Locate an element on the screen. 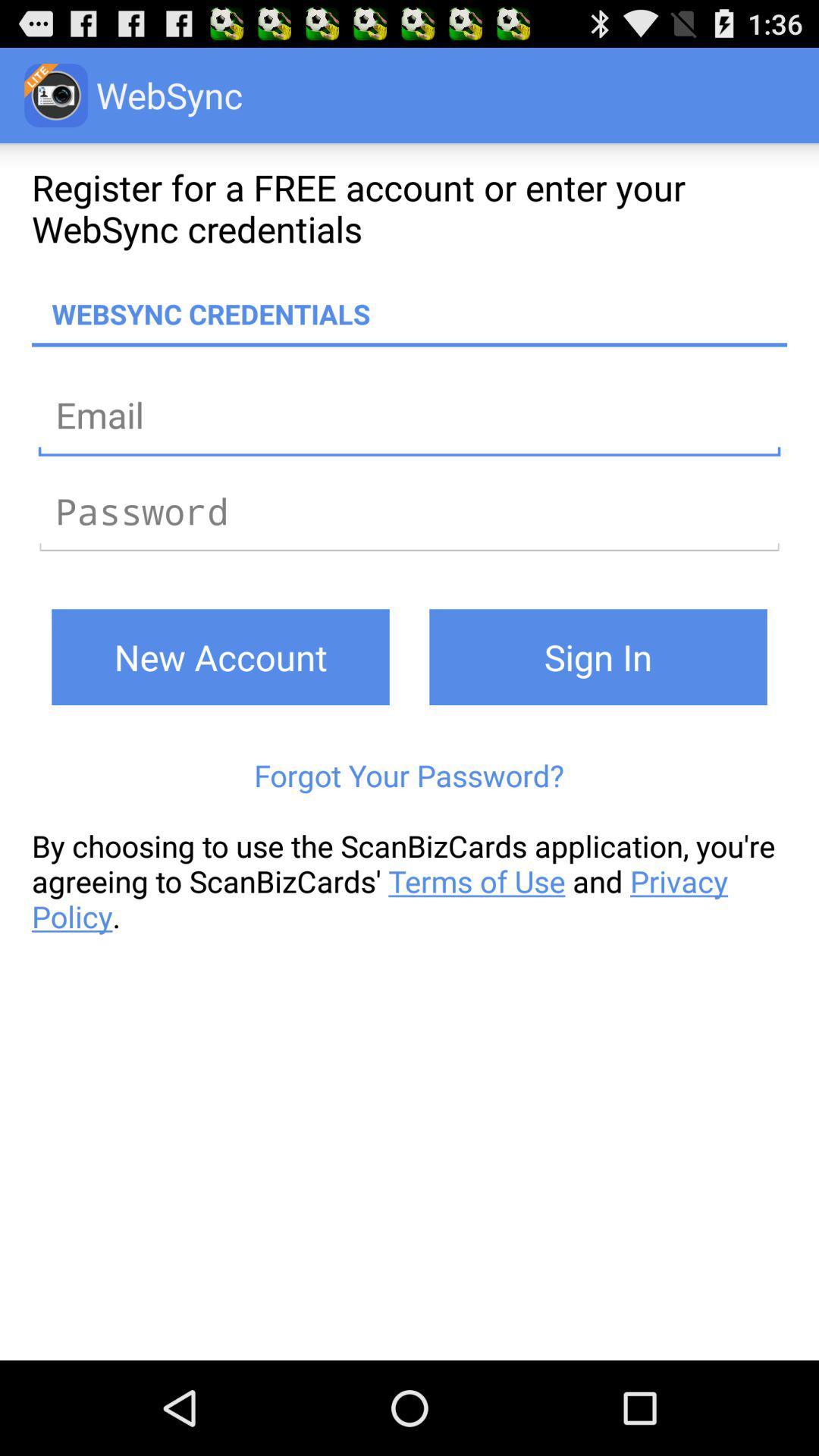 The width and height of the screenshot is (819, 1456). password is located at coordinates (409, 510).